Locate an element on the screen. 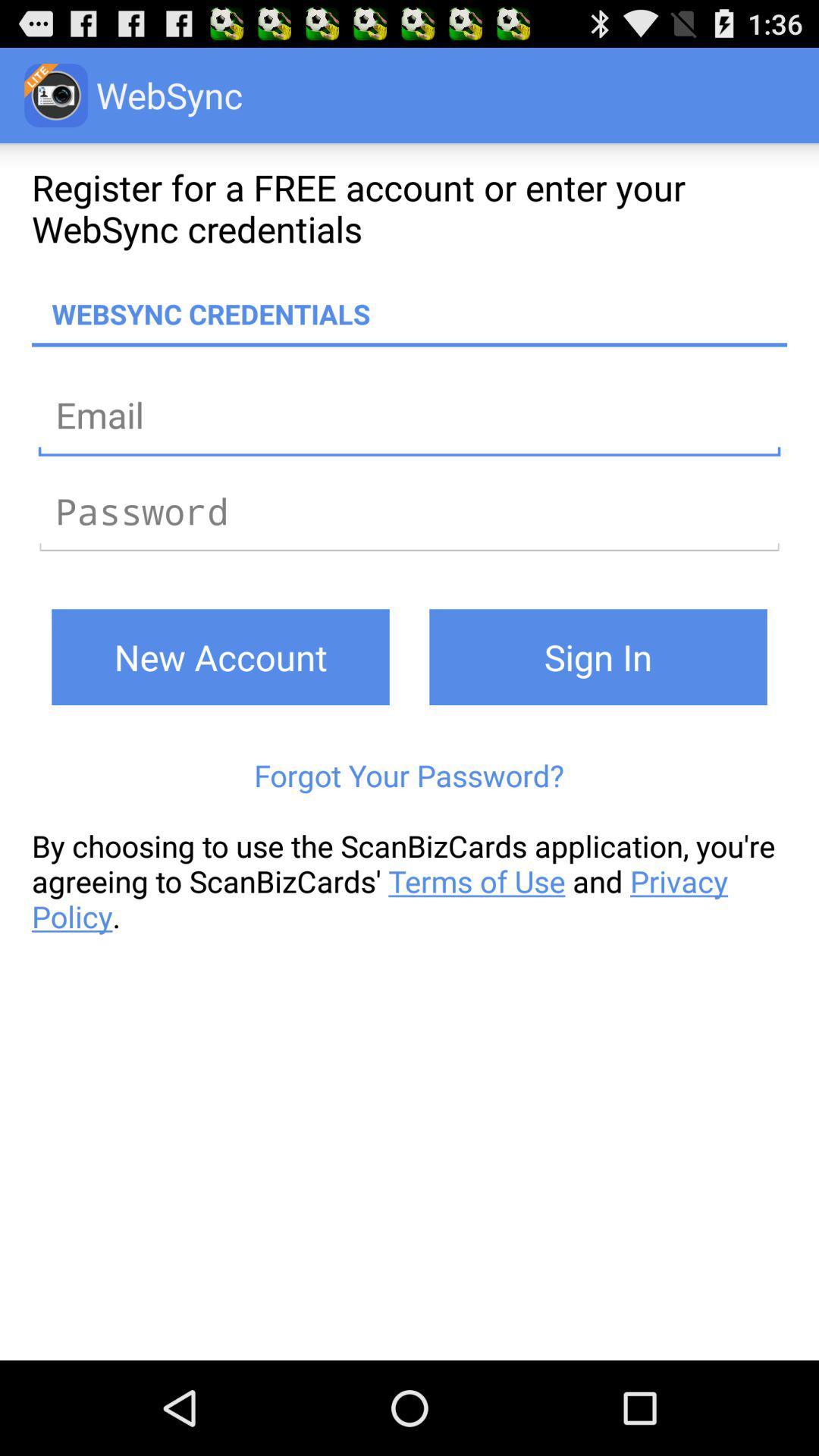 The width and height of the screenshot is (819, 1456). password is located at coordinates (409, 510).